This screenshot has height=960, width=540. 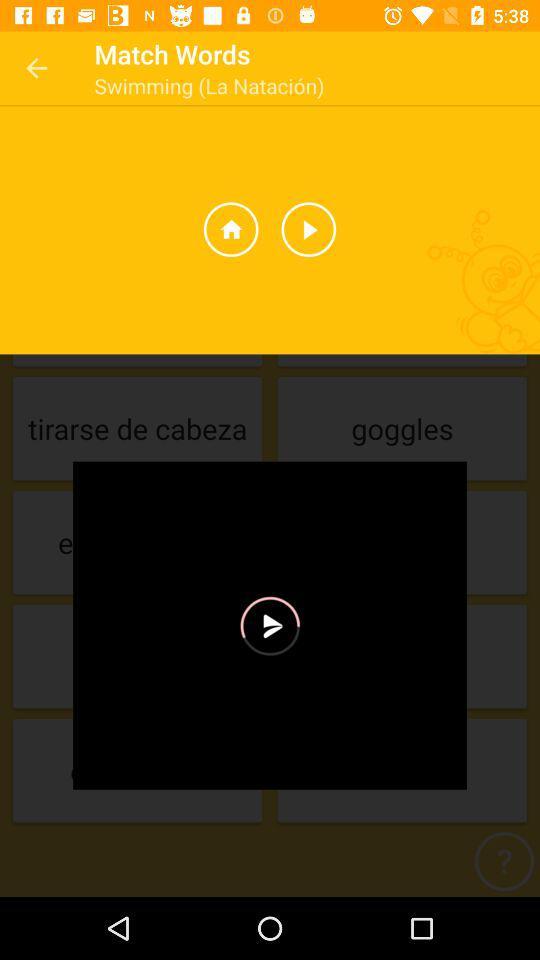 I want to click on the play icon, so click(x=308, y=229).